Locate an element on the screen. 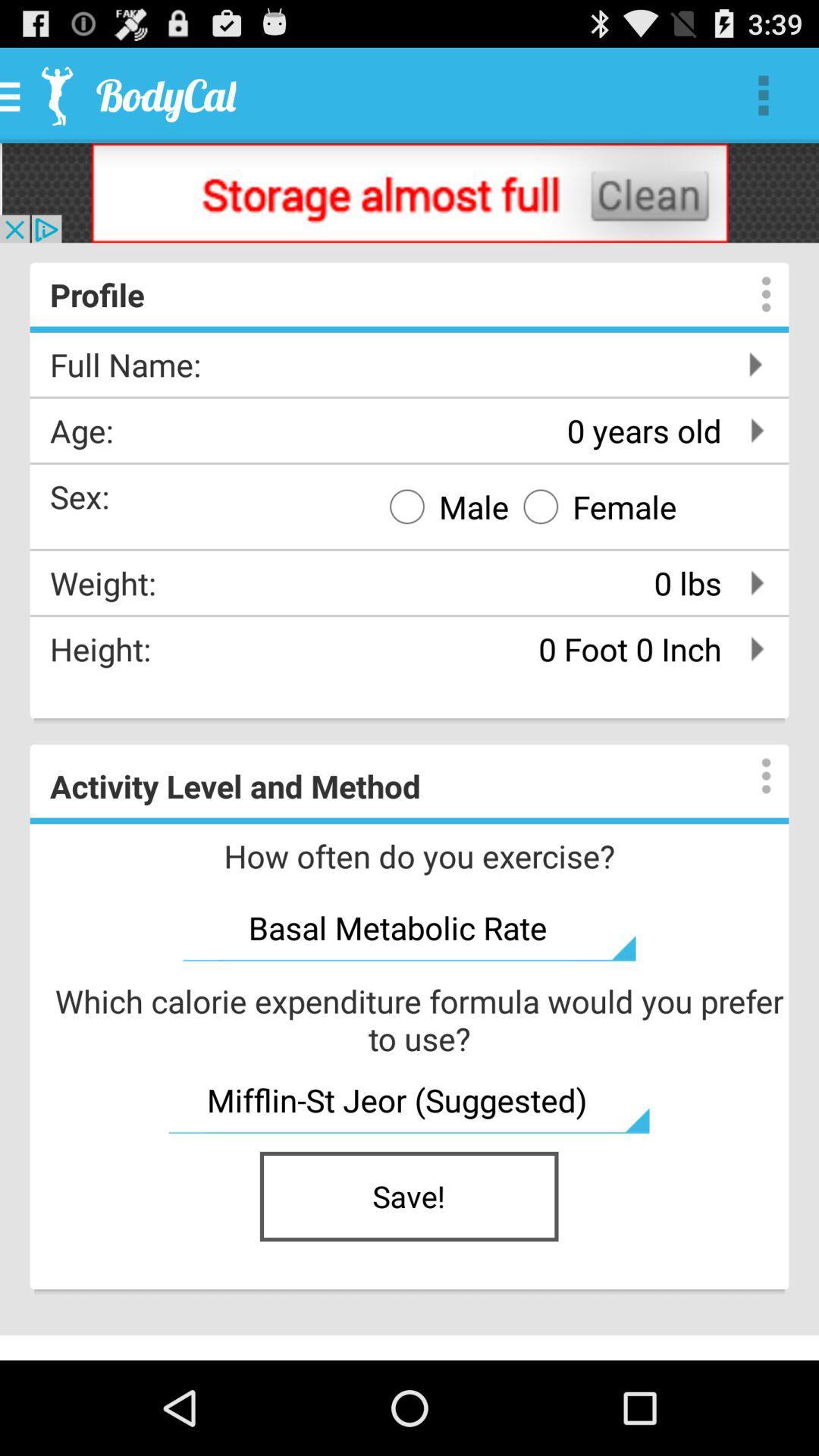 The image size is (819, 1456). free space on smartphone is located at coordinates (409, 192).